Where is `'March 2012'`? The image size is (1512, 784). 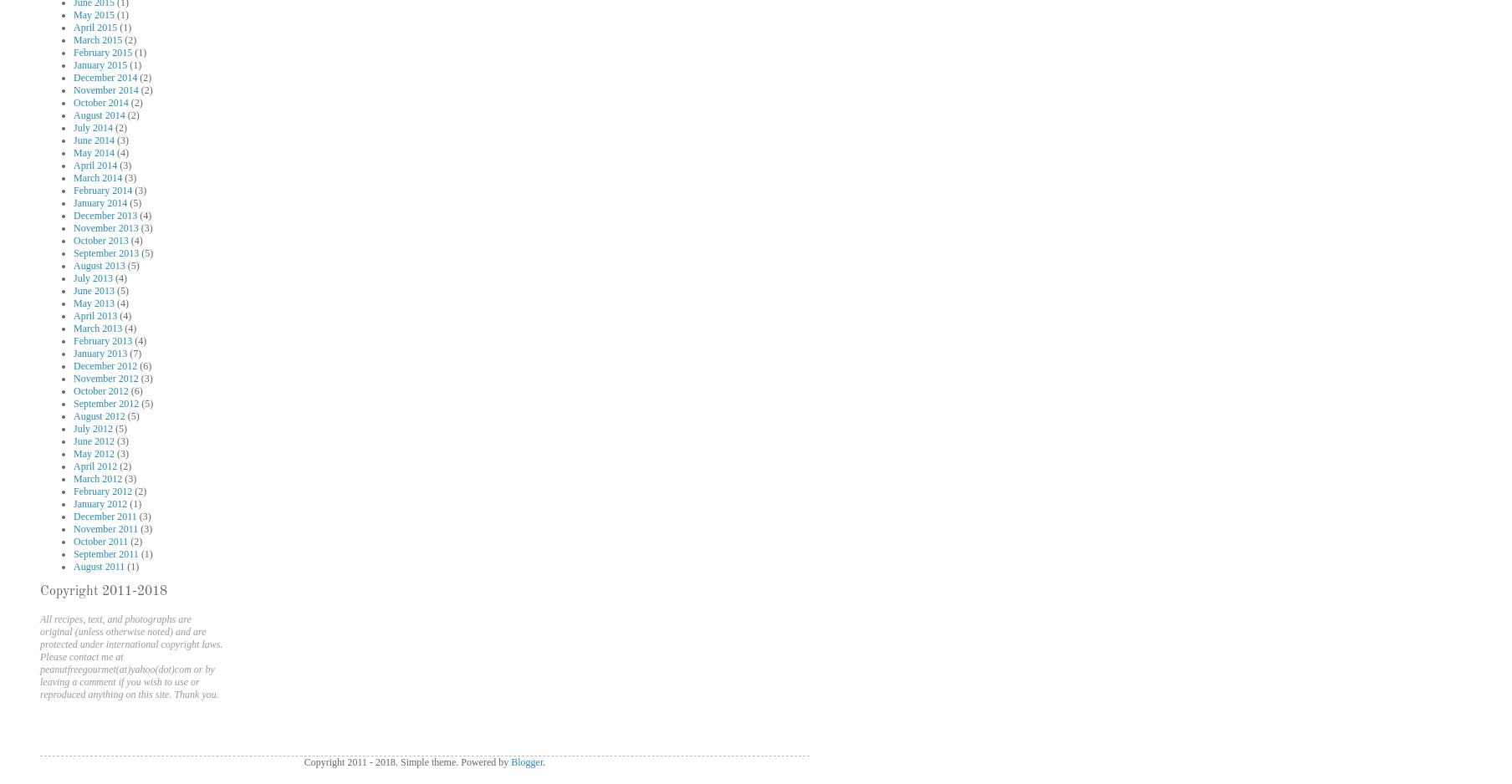 'March 2012' is located at coordinates (96, 478).